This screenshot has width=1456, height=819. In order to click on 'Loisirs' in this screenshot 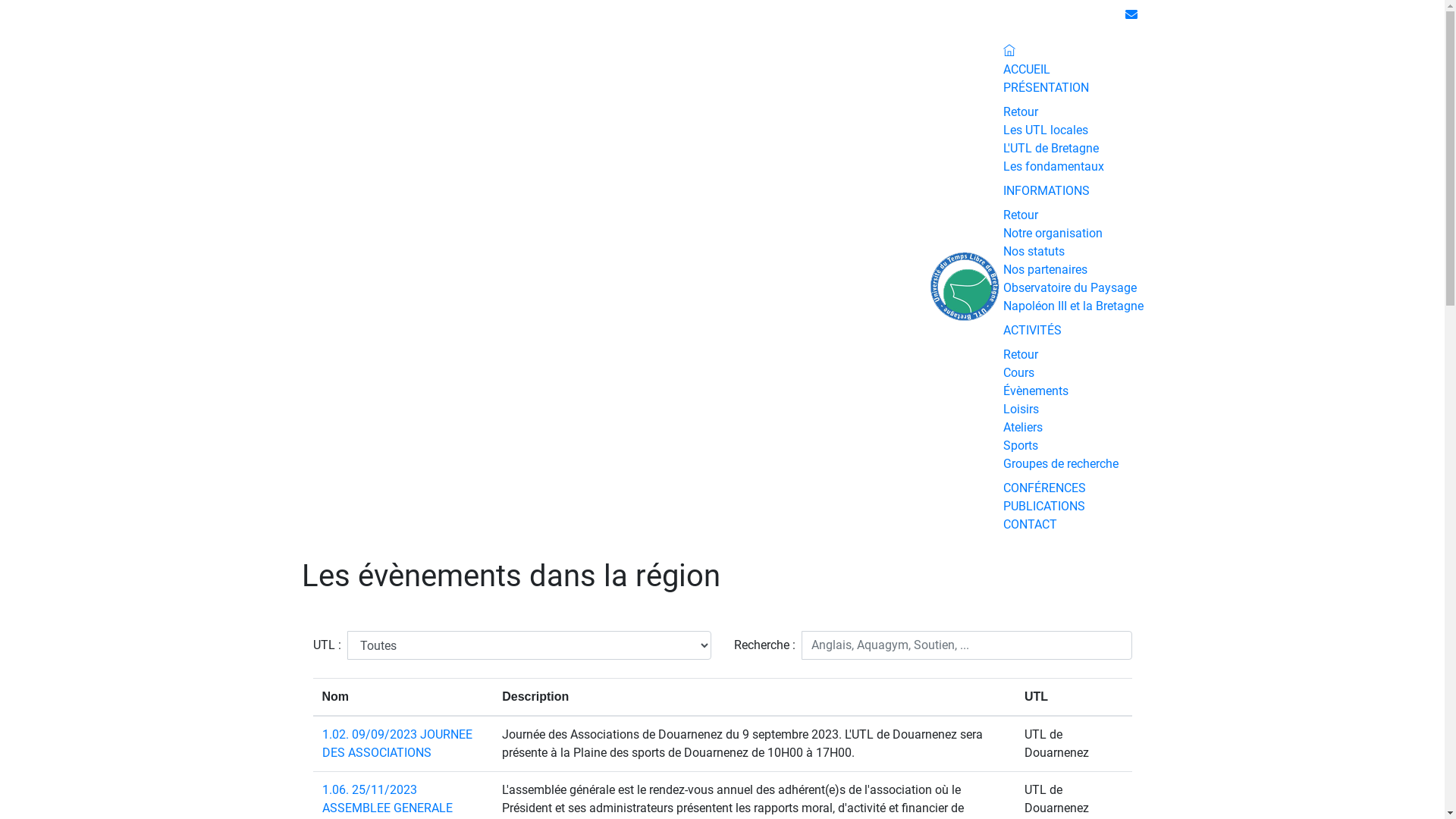, I will do `click(1002, 408)`.